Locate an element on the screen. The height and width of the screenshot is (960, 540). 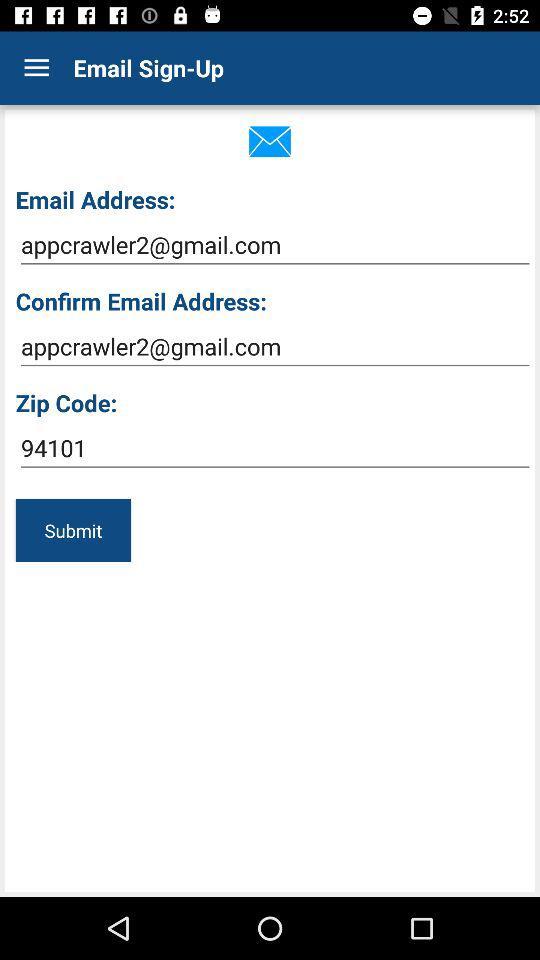
the submit icon is located at coordinates (72, 529).